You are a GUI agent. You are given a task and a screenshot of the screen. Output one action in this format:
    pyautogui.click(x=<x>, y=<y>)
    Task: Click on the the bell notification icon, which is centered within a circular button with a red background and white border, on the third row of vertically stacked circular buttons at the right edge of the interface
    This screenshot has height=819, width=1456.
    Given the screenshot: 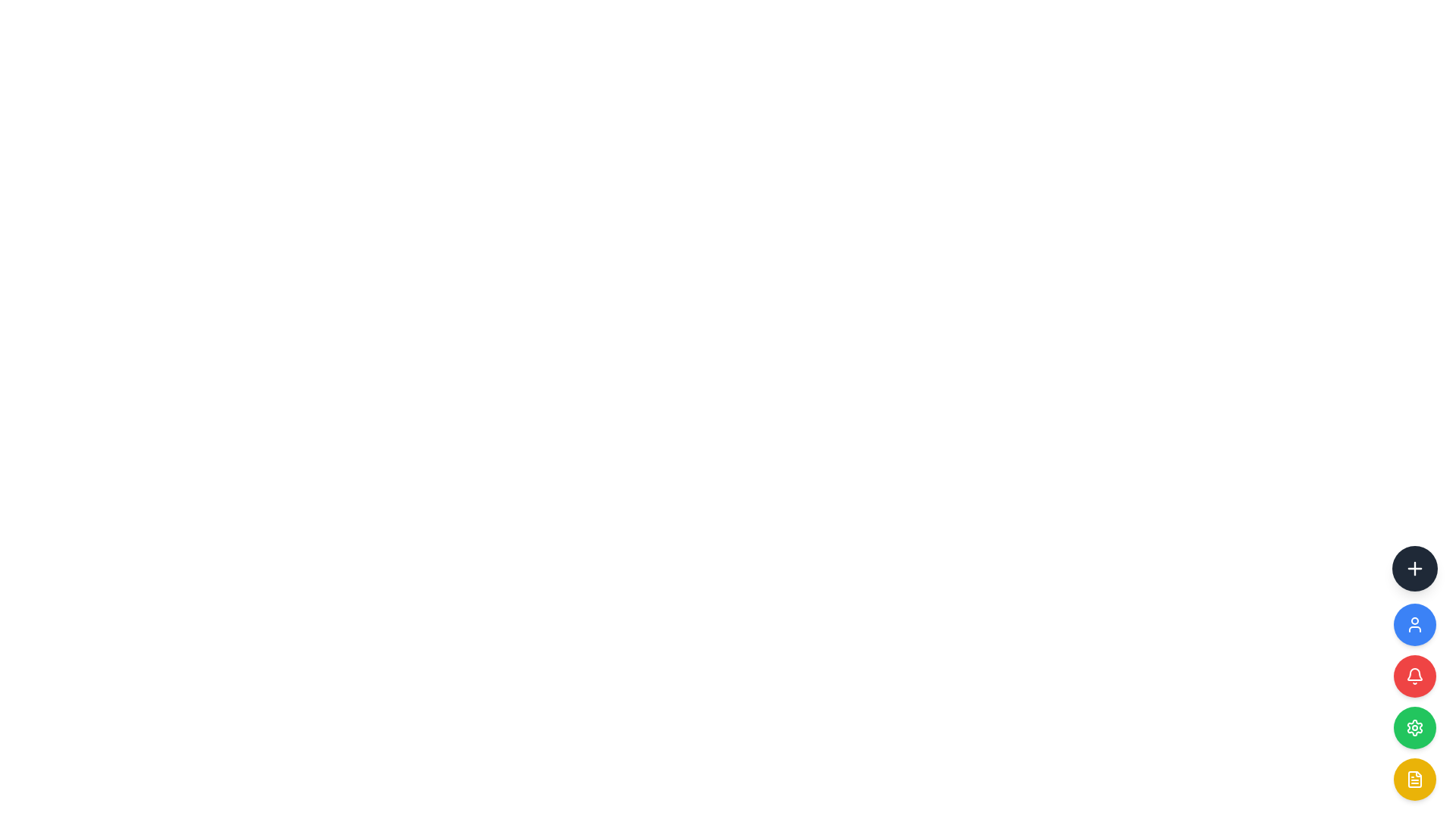 What is the action you would take?
    pyautogui.click(x=1414, y=675)
    